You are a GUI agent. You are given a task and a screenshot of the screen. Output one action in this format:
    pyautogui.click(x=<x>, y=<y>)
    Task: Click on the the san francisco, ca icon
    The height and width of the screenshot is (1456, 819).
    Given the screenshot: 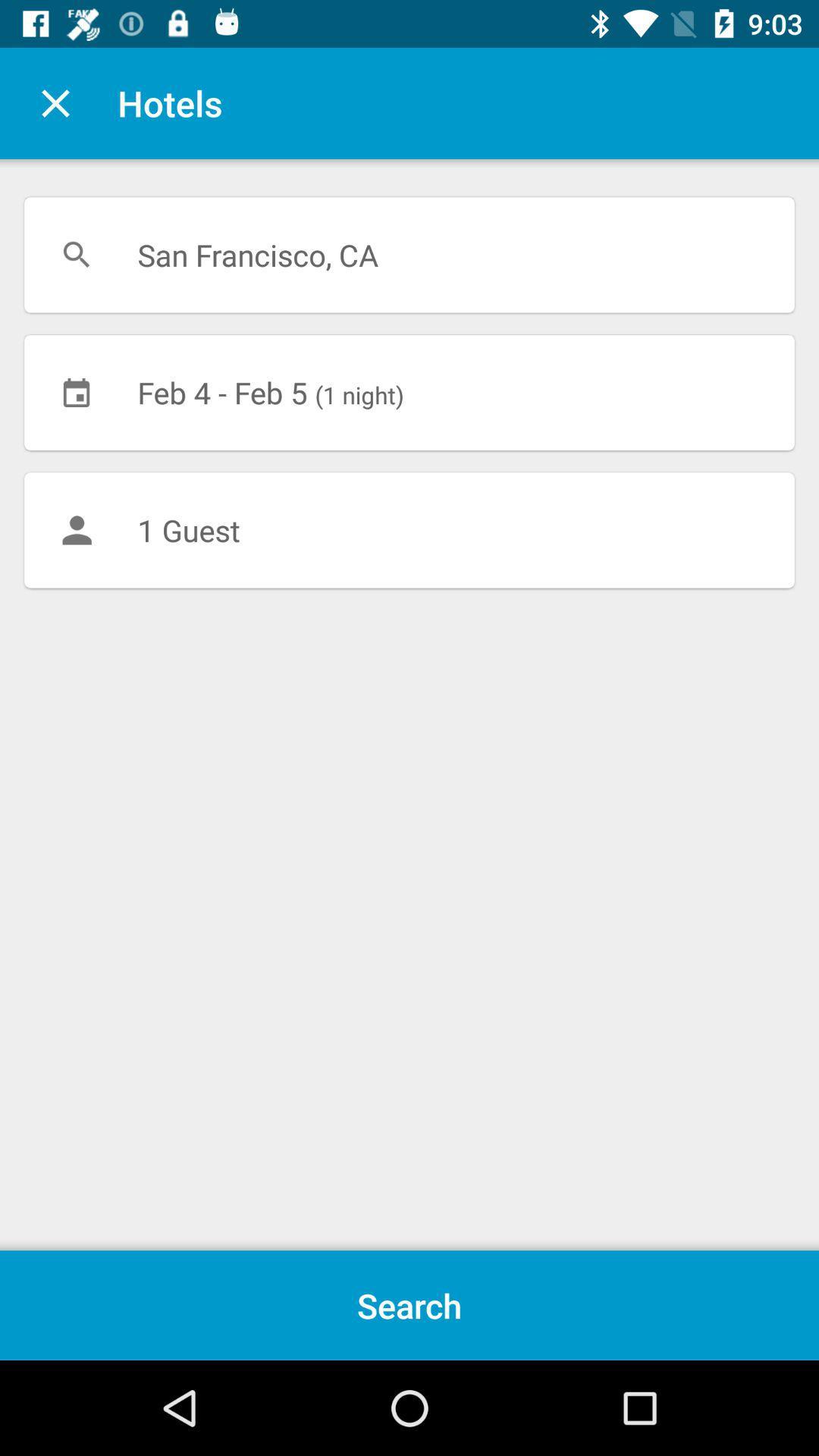 What is the action you would take?
    pyautogui.click(x=409, y=255)
    